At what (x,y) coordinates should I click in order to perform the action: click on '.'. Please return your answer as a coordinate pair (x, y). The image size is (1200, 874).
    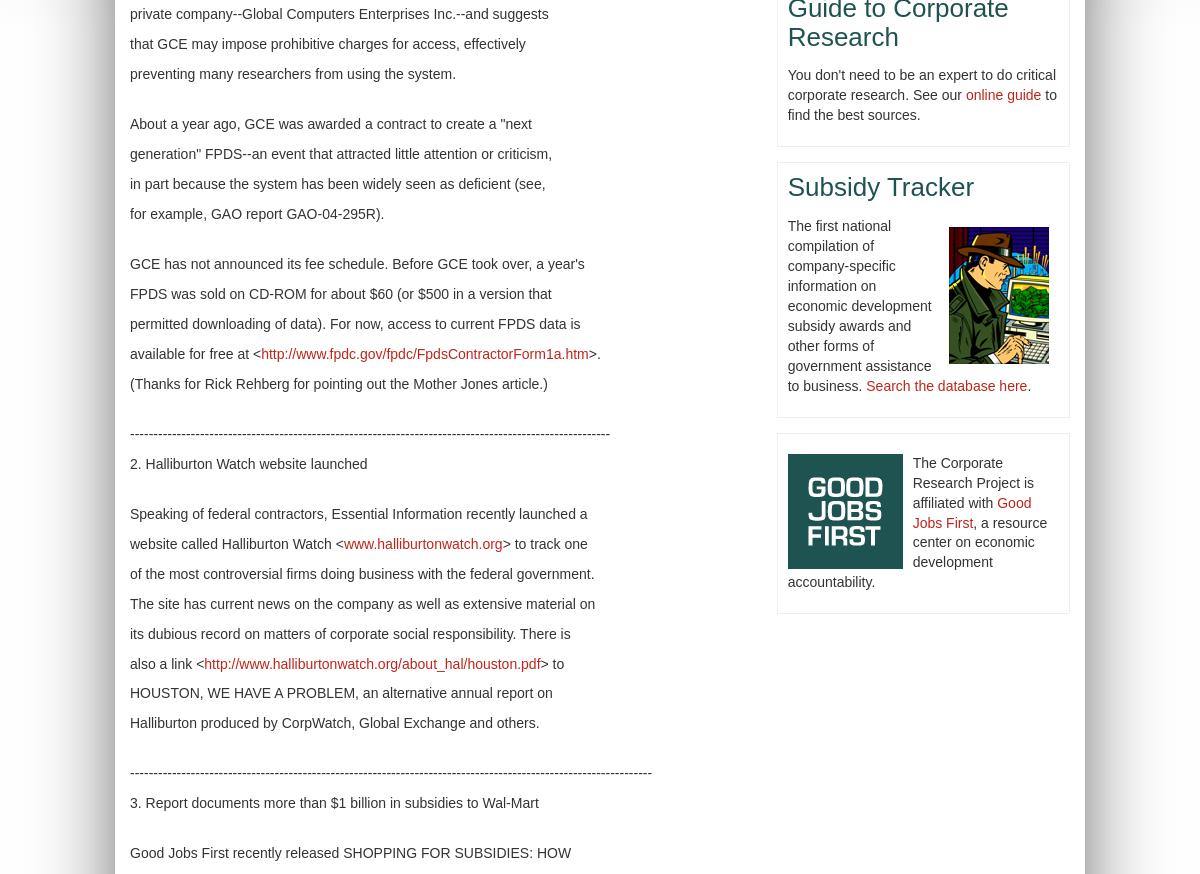
    Looking at the image, I should click on (1026, 384).